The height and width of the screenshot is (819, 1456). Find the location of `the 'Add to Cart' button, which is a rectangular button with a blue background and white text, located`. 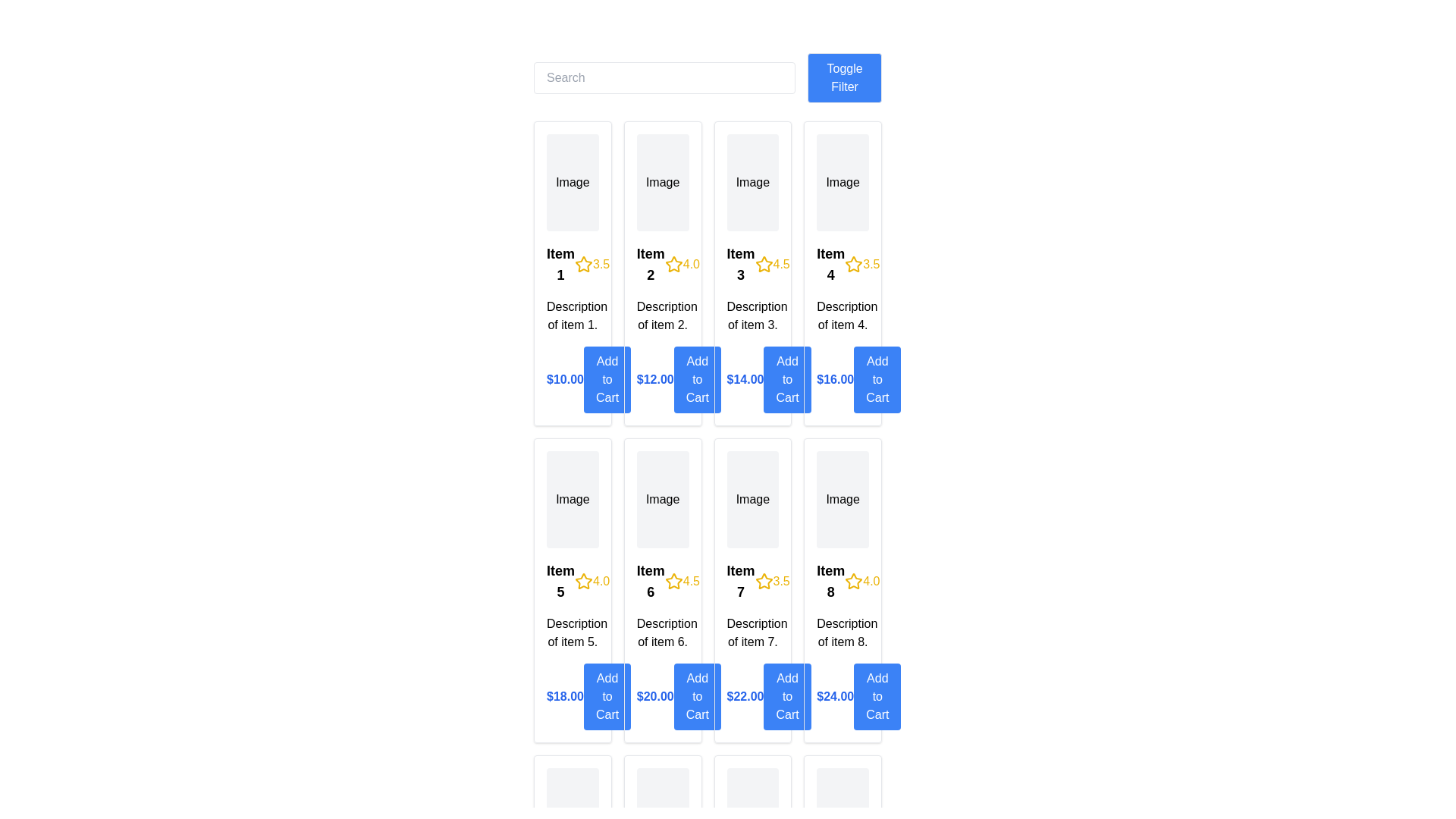

the 'Add to Cart' button, which is a rectangular button with a blue background and white text, located is located at coordinates (696, 696).